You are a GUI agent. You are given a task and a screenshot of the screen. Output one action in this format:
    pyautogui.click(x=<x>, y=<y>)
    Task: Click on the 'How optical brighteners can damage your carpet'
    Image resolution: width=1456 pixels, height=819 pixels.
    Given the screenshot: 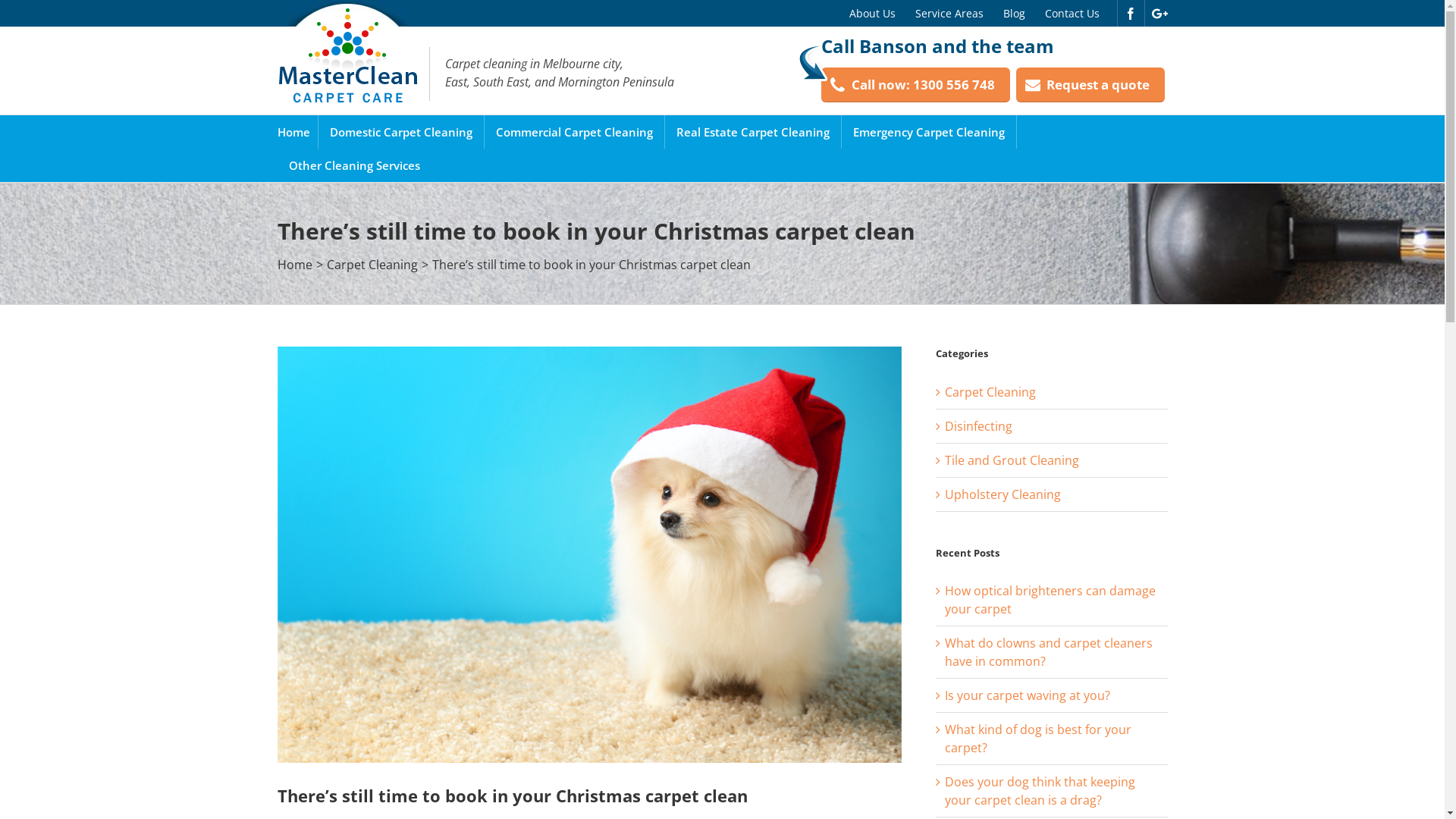 What is the action you would take?
    pyautogui.click(x=1050, y=598)
    